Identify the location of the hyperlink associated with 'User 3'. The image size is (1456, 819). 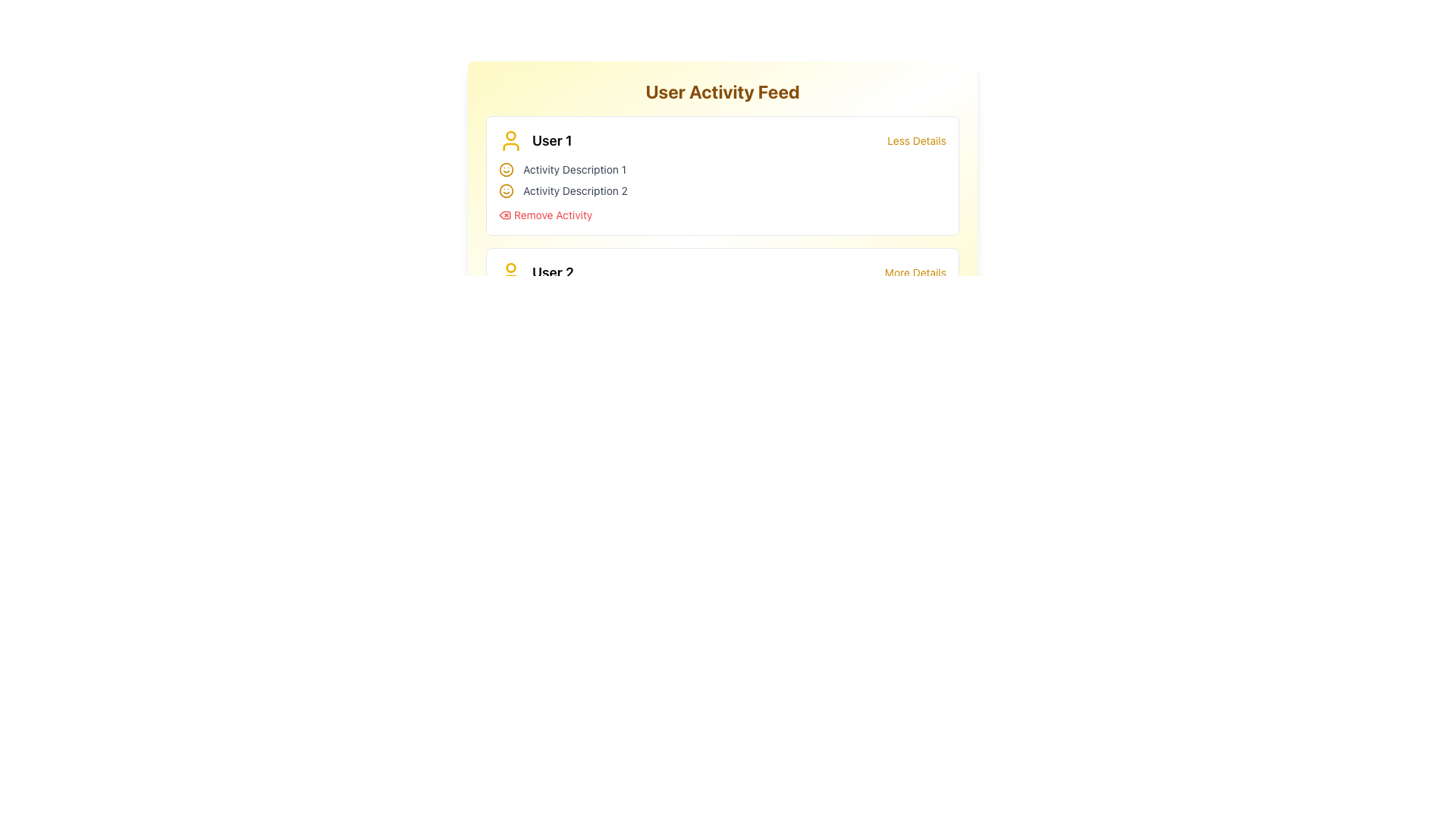
(915, 334).